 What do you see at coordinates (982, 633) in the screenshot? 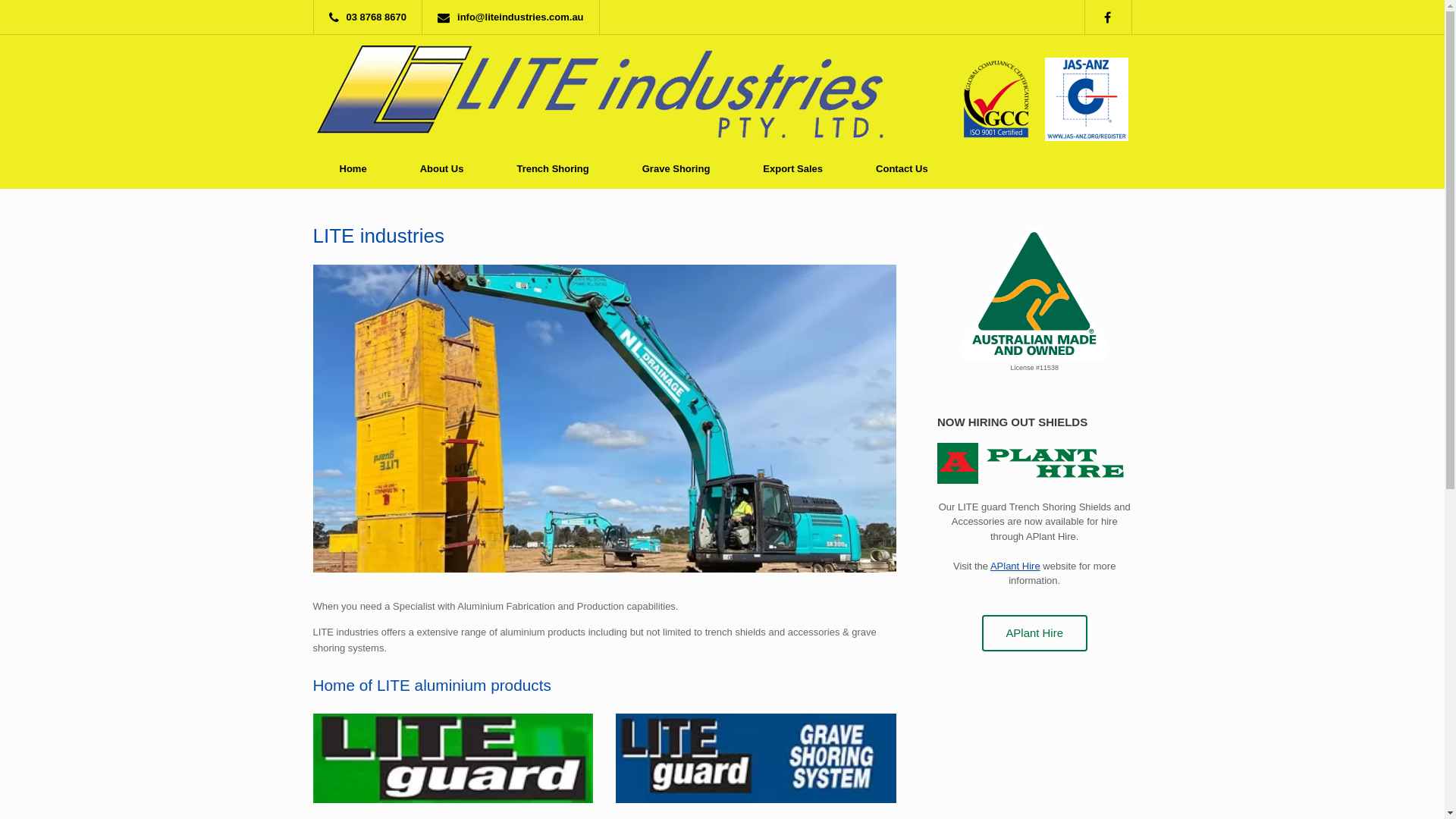
I see `'APlant Hire'` at bounding box center [982, 633].